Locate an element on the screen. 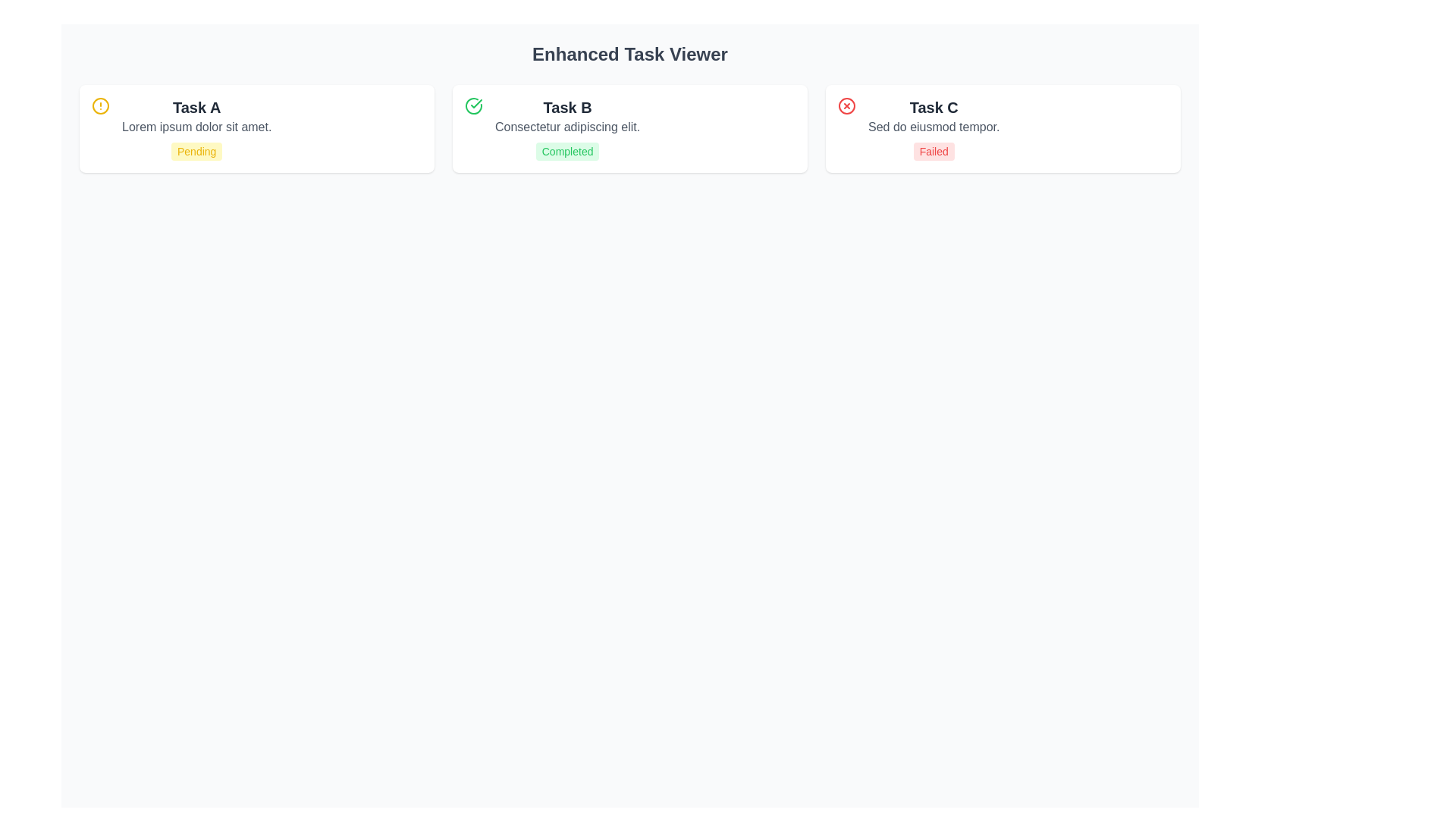  the 'Failed' badge located at the bottom of the 'Task C' card, which is styled with a light red background and contains the text 'Failed' in red is located at coordinates (933, 152).